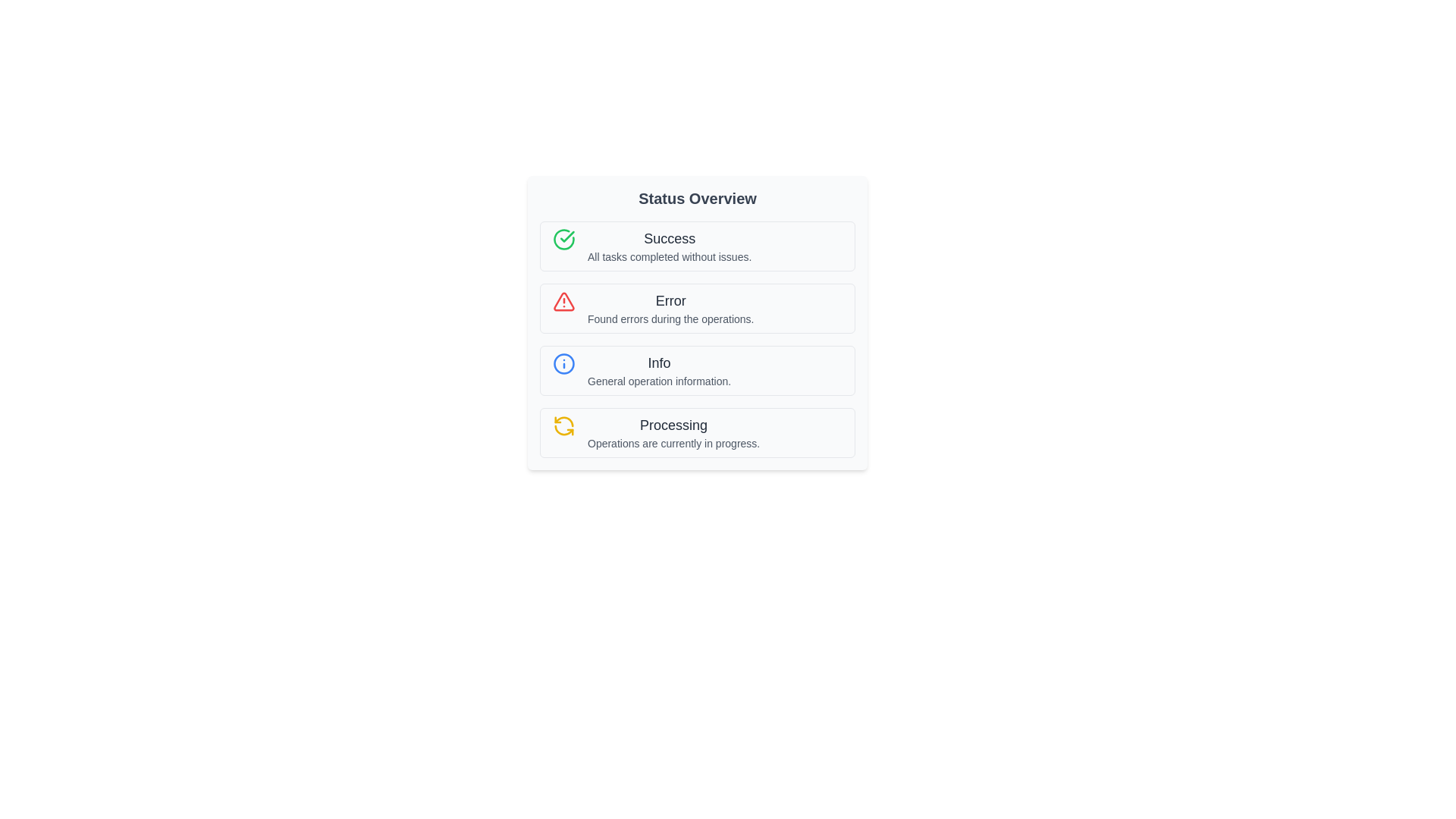 The width and height of the screenshot is (1456, 819). I want to click on the blue stroke circular SVG element in the 'Info' section of the 'Status Overview' panel, so click(563, 363).